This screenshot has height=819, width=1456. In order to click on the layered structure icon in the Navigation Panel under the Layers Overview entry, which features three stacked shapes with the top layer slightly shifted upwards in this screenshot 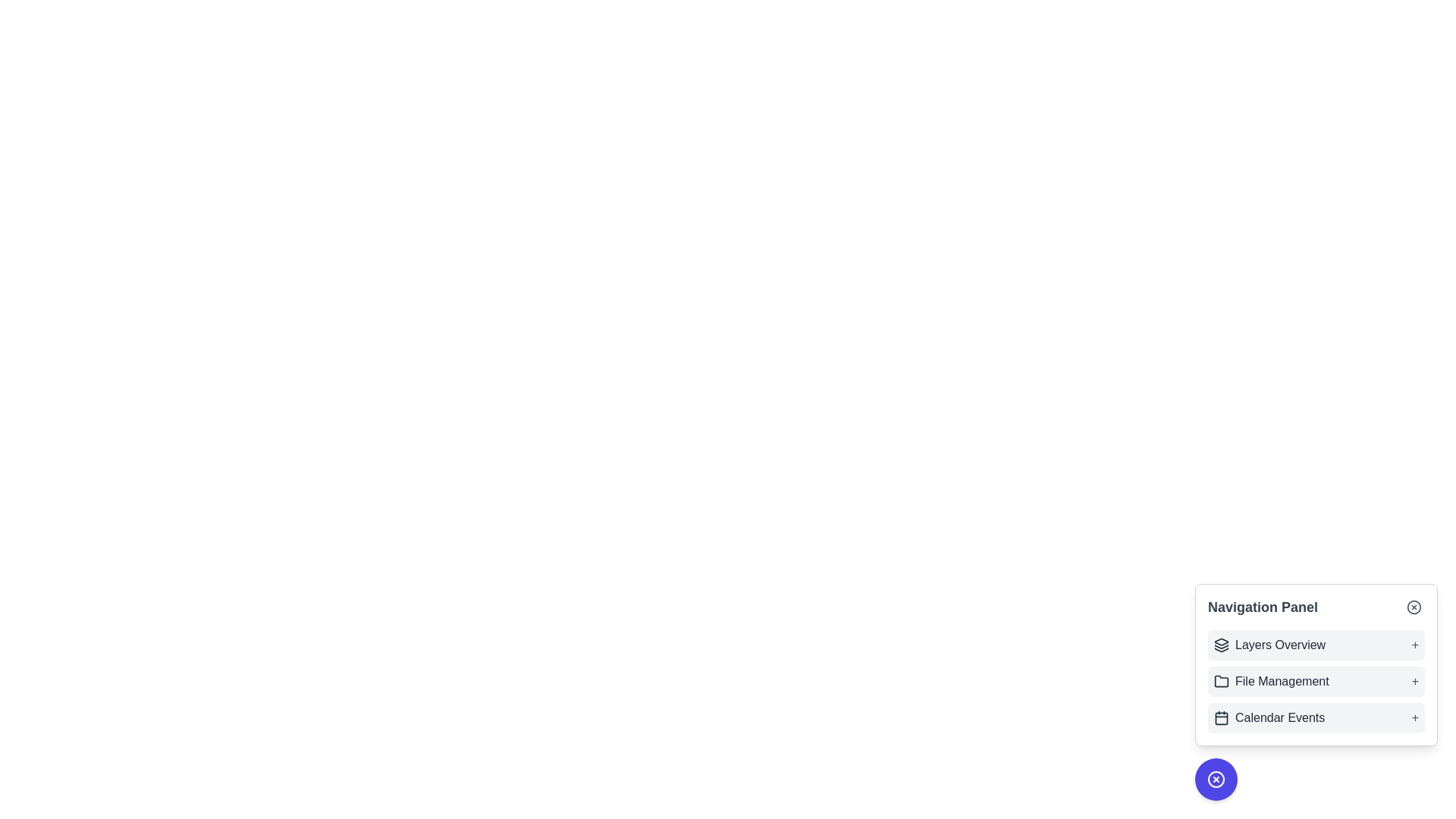, I will do `click(1222, 648)`.